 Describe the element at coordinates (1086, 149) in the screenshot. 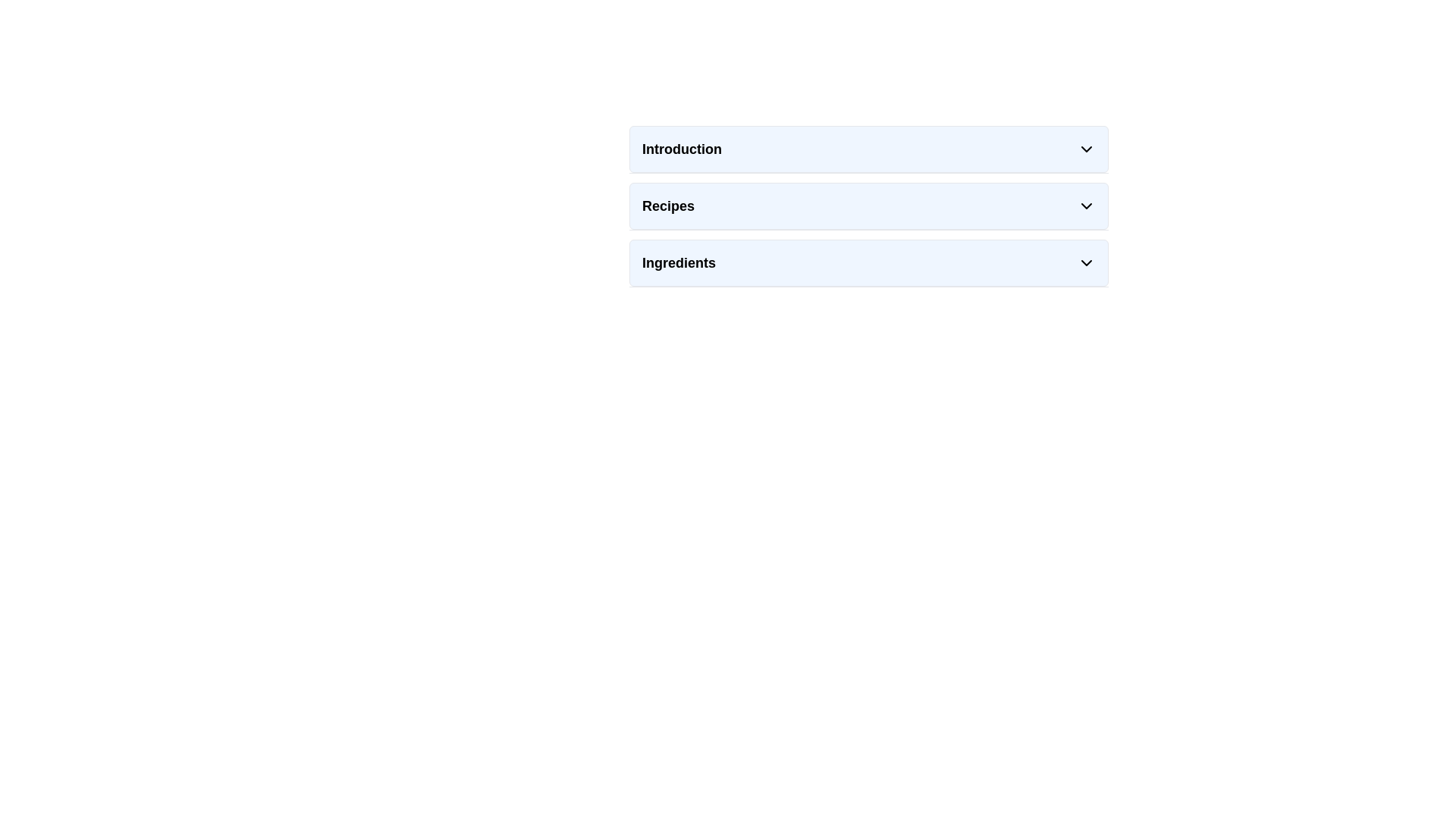

I see `the downward-pointing chevron icon (Dropdown indicator) on the right side of the 'Introduction' button` at that location.